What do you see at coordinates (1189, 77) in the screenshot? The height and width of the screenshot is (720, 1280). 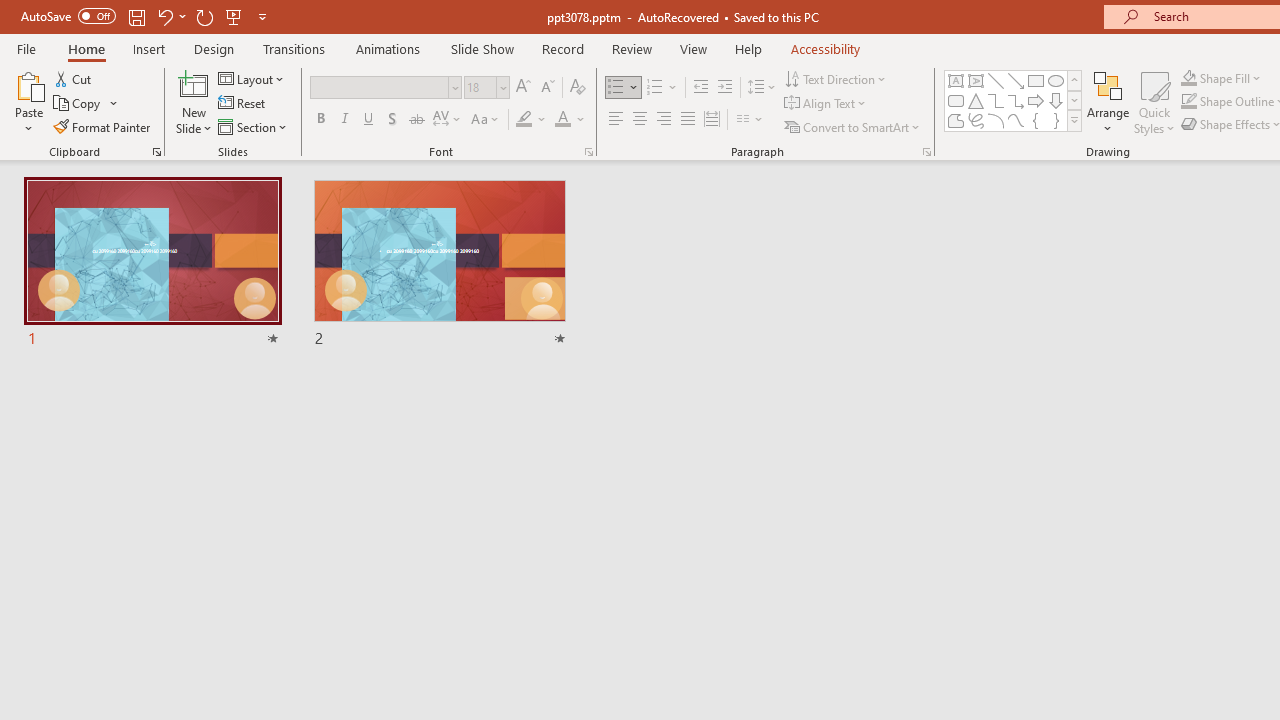 I see `'Shape Fill Dark Green, Accent 2'` at bounding box center [1189, 77].